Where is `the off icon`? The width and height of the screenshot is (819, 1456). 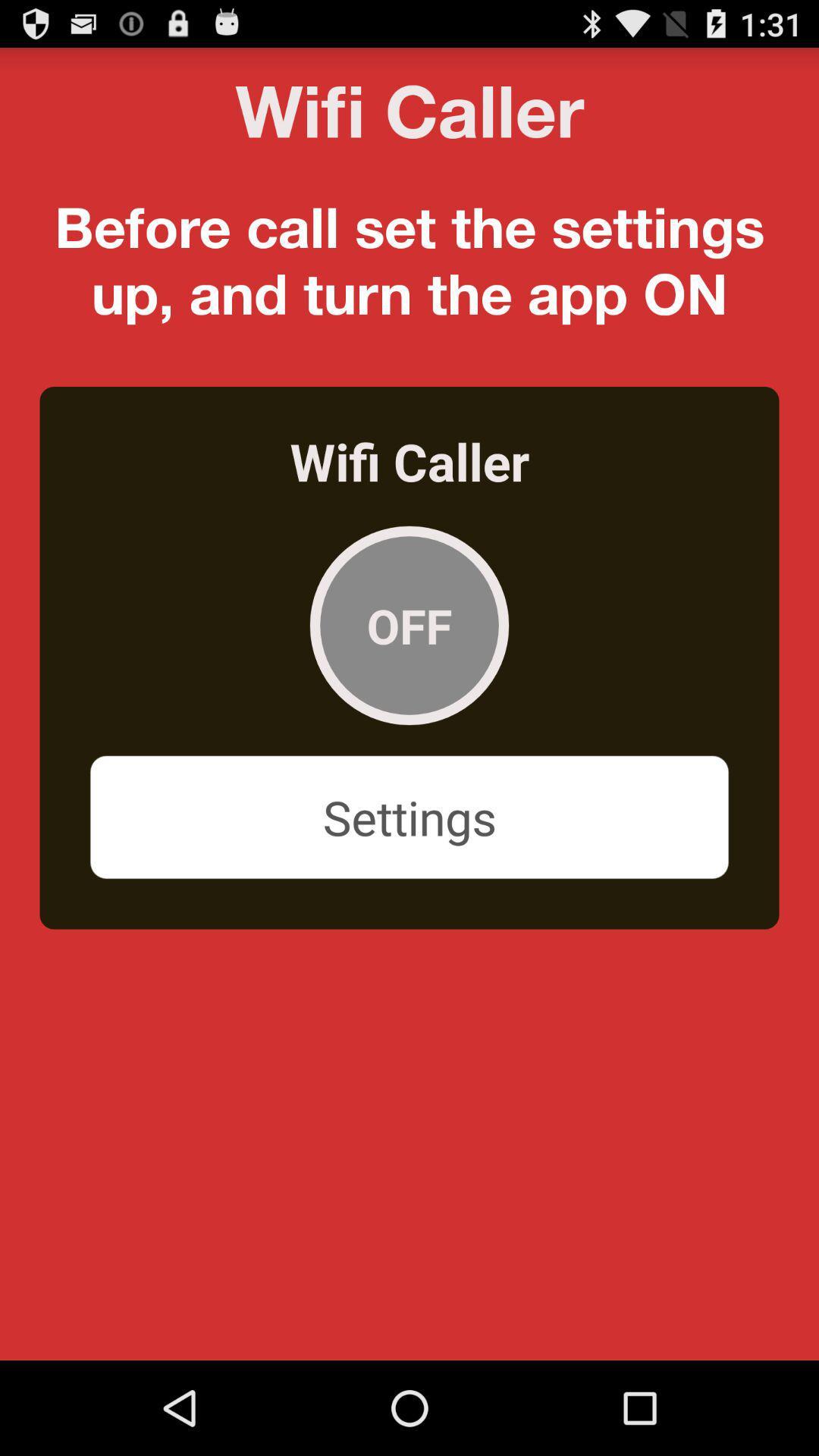
the off icon is located at coordinates (409, 626).